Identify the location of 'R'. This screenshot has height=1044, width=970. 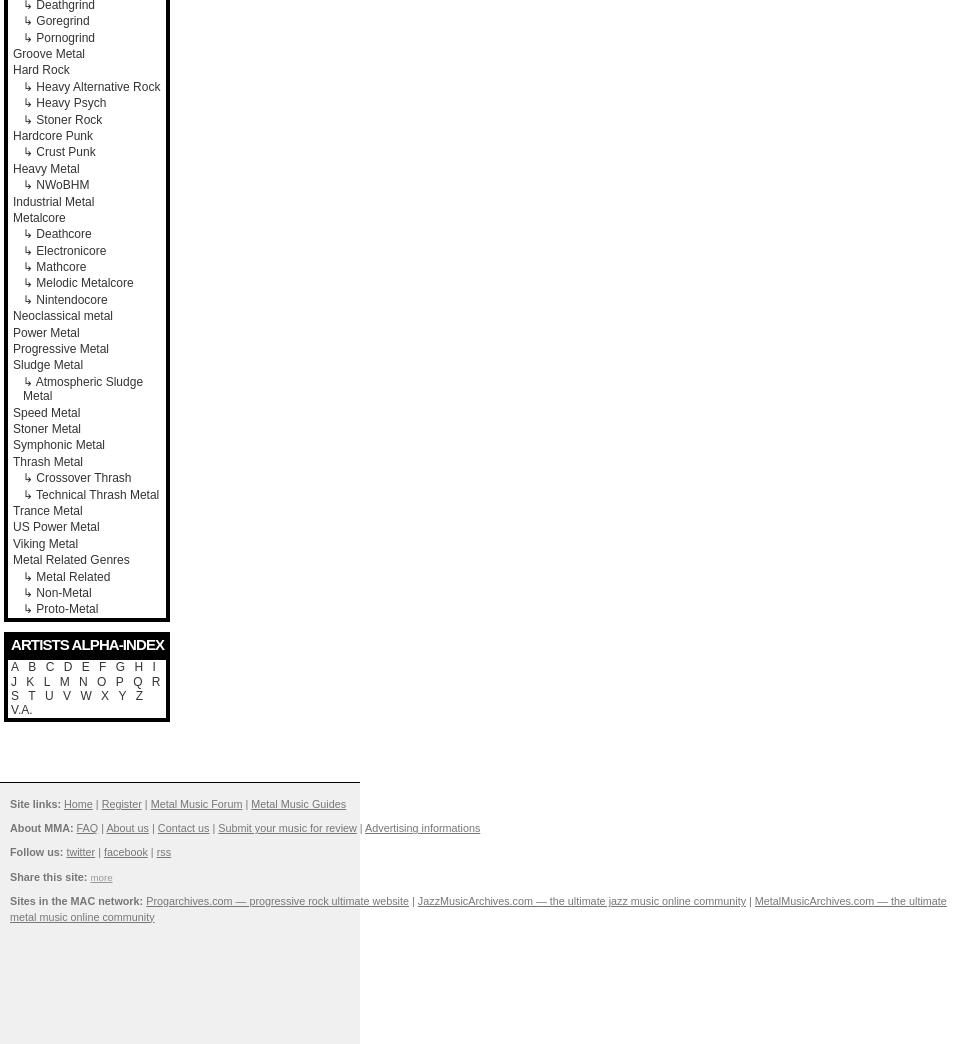
(154, 680).